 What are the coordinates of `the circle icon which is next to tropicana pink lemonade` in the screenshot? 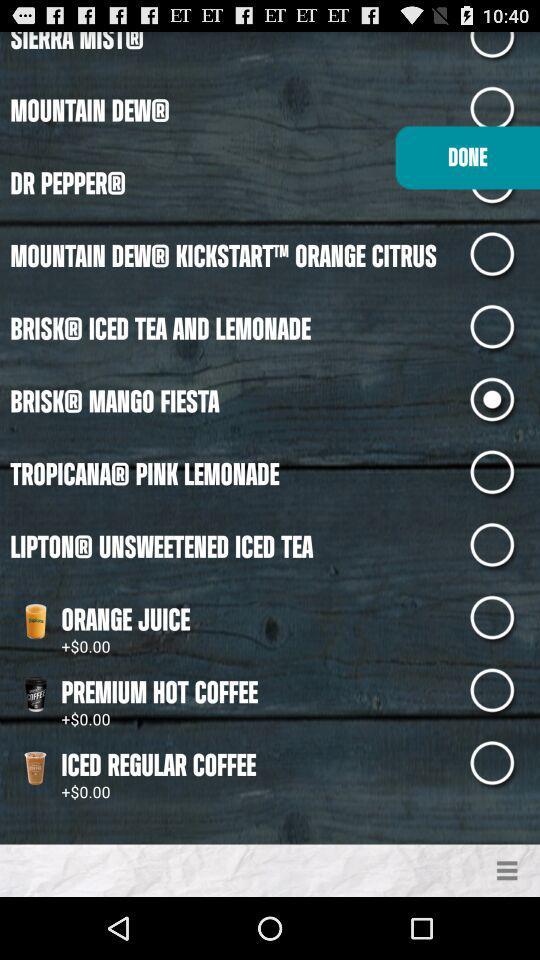 It's located at (504, 475).